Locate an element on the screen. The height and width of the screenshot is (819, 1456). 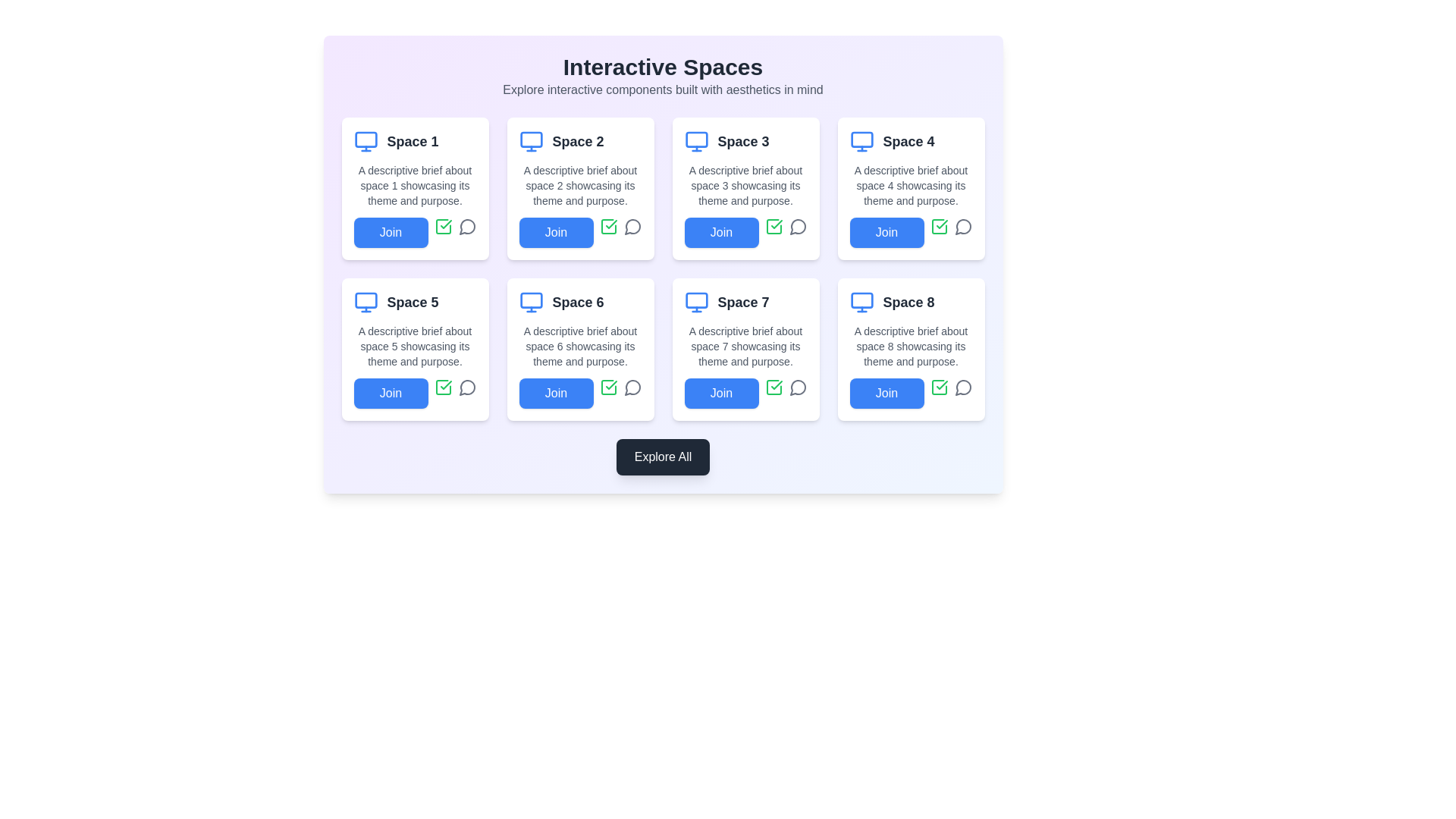
the gray speech bubble icon located after the 'Join' button and checkmark icon in the sixth card of the grid layout is located at coordinates (632, 386).